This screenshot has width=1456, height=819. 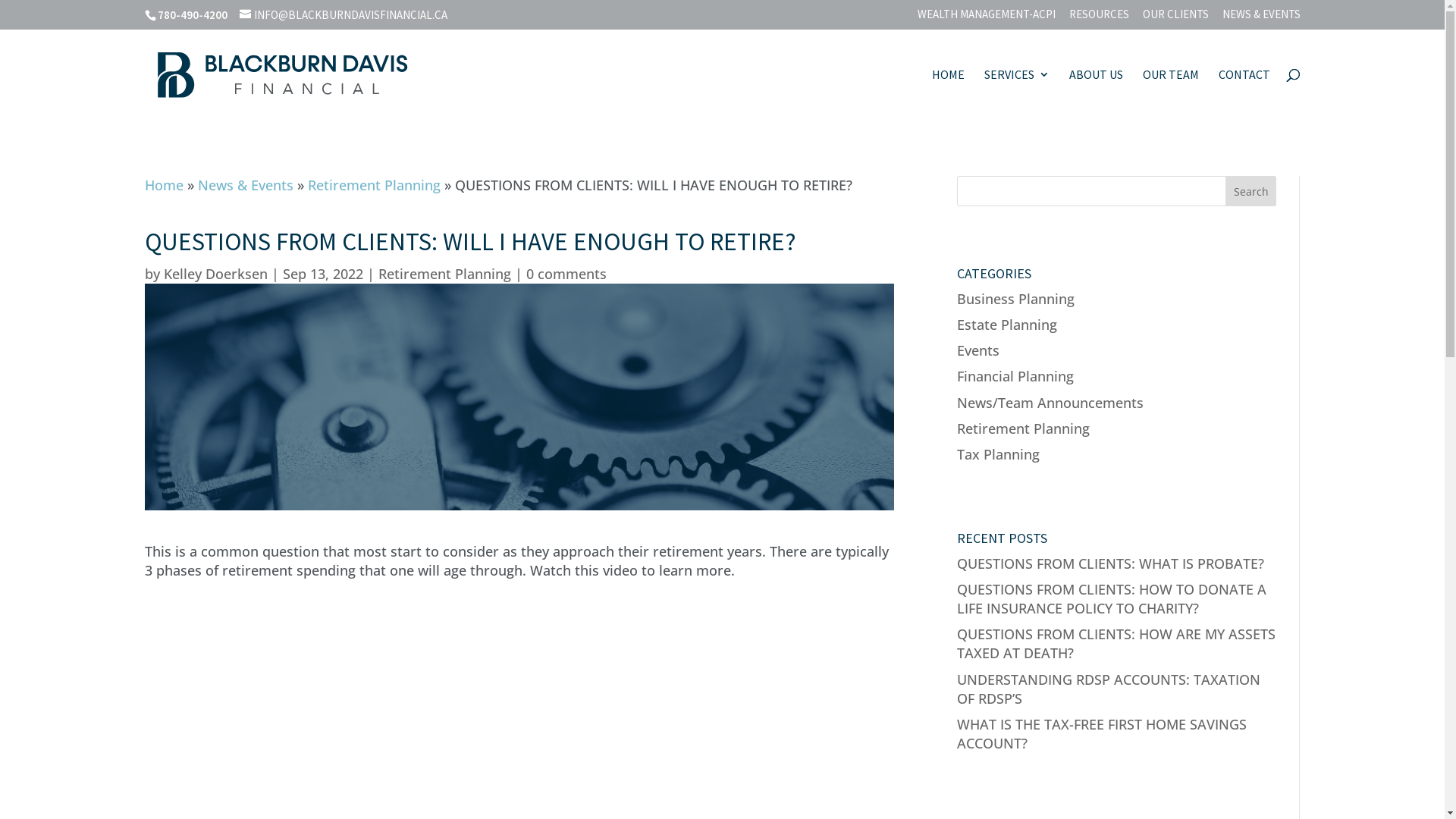 I want to click on 'News/Team Announcements', so click(x=1050, y=400).